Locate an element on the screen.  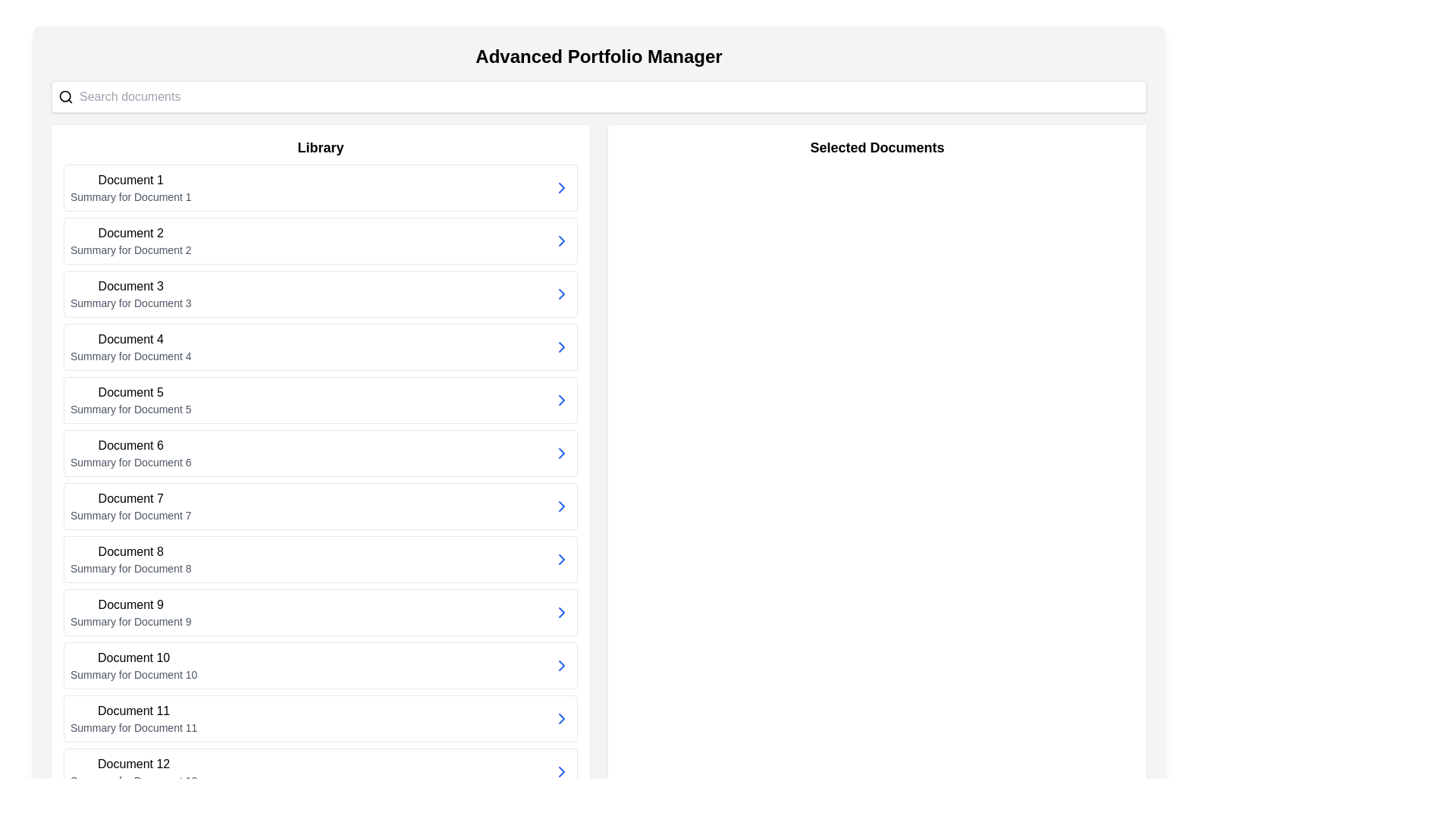
the text label displaying 'Document 4' located in the 'Library' section, specifically the fourth item from the top of the list on the left panel of the interface is located at coordinates (130, 338).